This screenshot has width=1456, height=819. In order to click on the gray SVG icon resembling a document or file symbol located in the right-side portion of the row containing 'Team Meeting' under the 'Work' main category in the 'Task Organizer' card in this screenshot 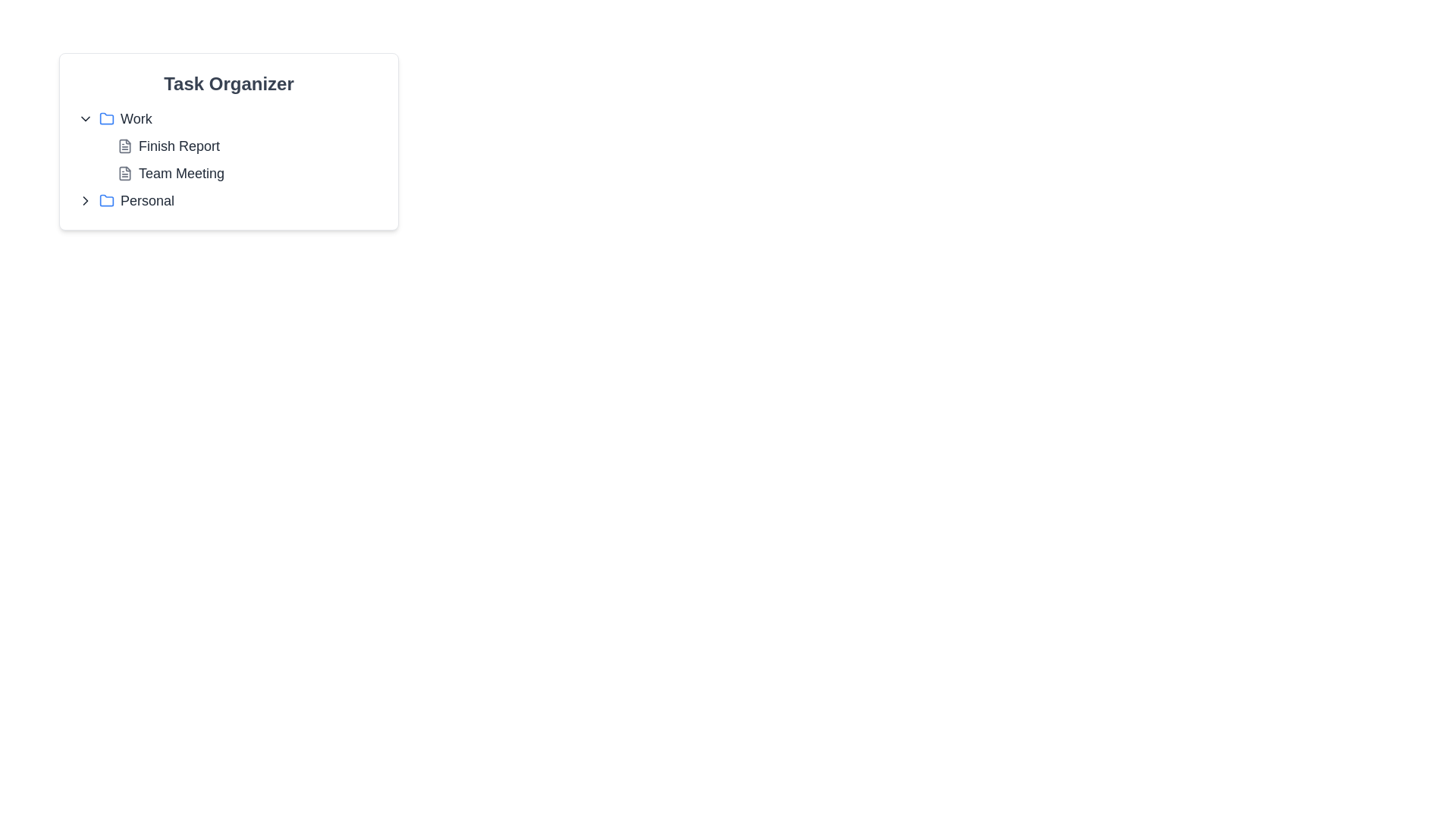, I will do `click(124, 172)`.